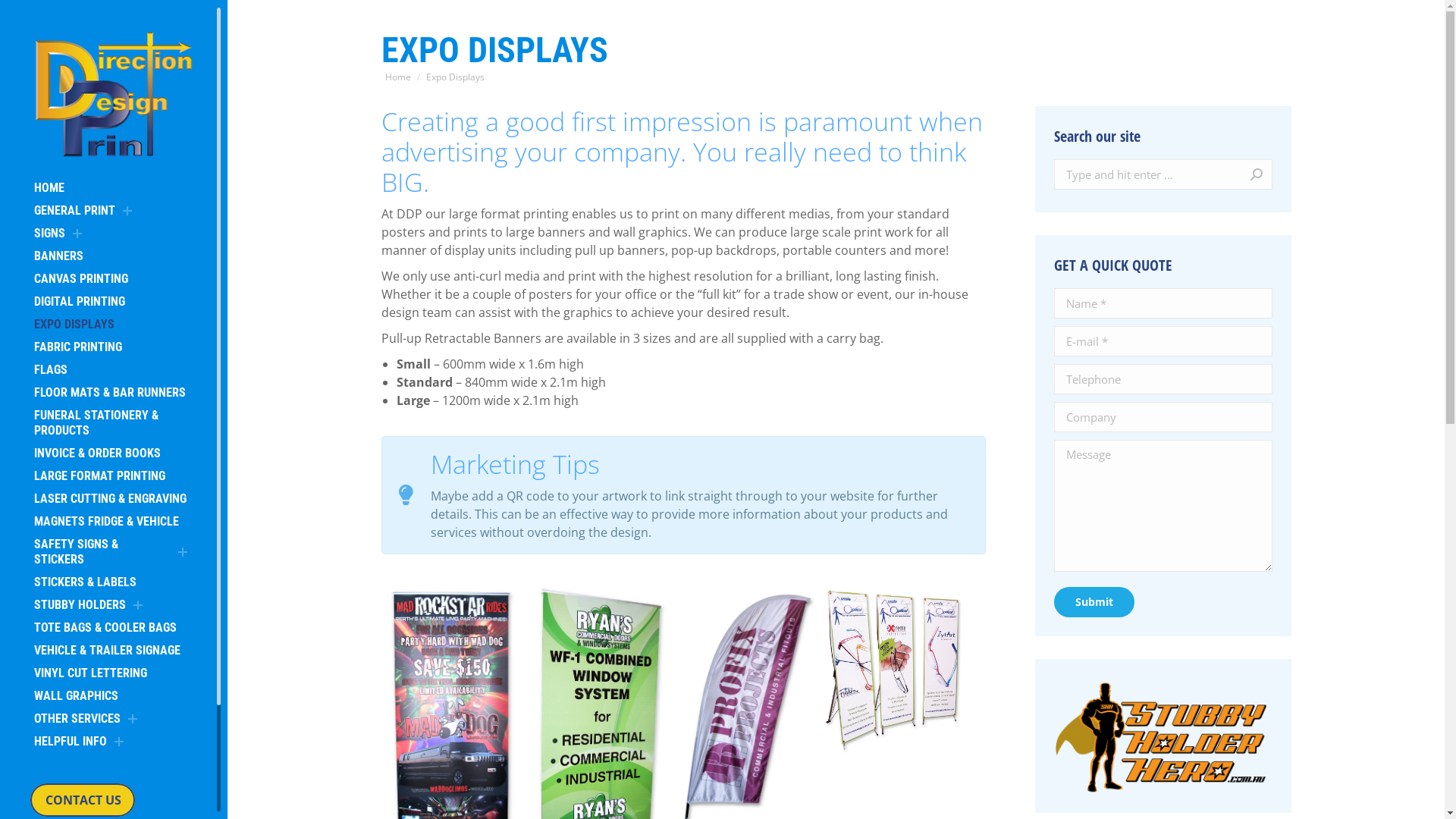 This screenshot has width=1456, height=819. What do you see at coordinates (30, 604) in the screenshot?
I see `'STUBBY HOLDERS'` at bounding box center [30, 604].